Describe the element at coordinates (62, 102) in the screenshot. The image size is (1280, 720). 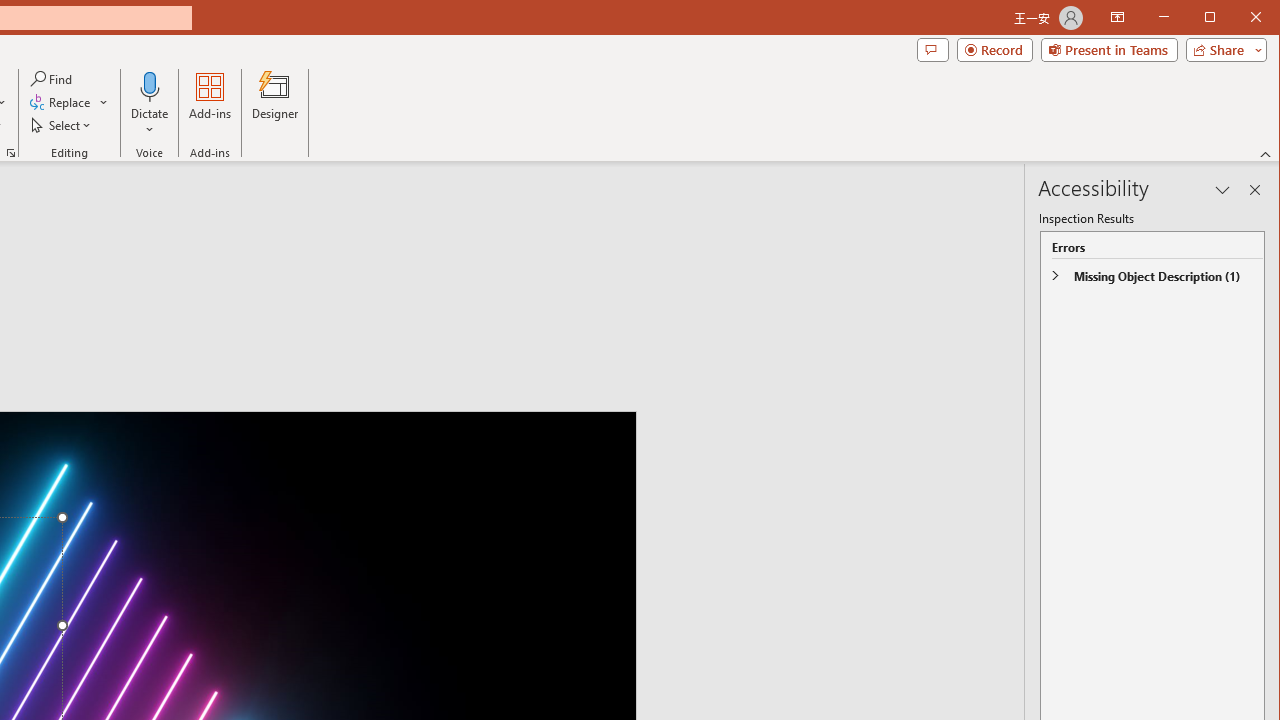
I see `'Replace...'` at that location.